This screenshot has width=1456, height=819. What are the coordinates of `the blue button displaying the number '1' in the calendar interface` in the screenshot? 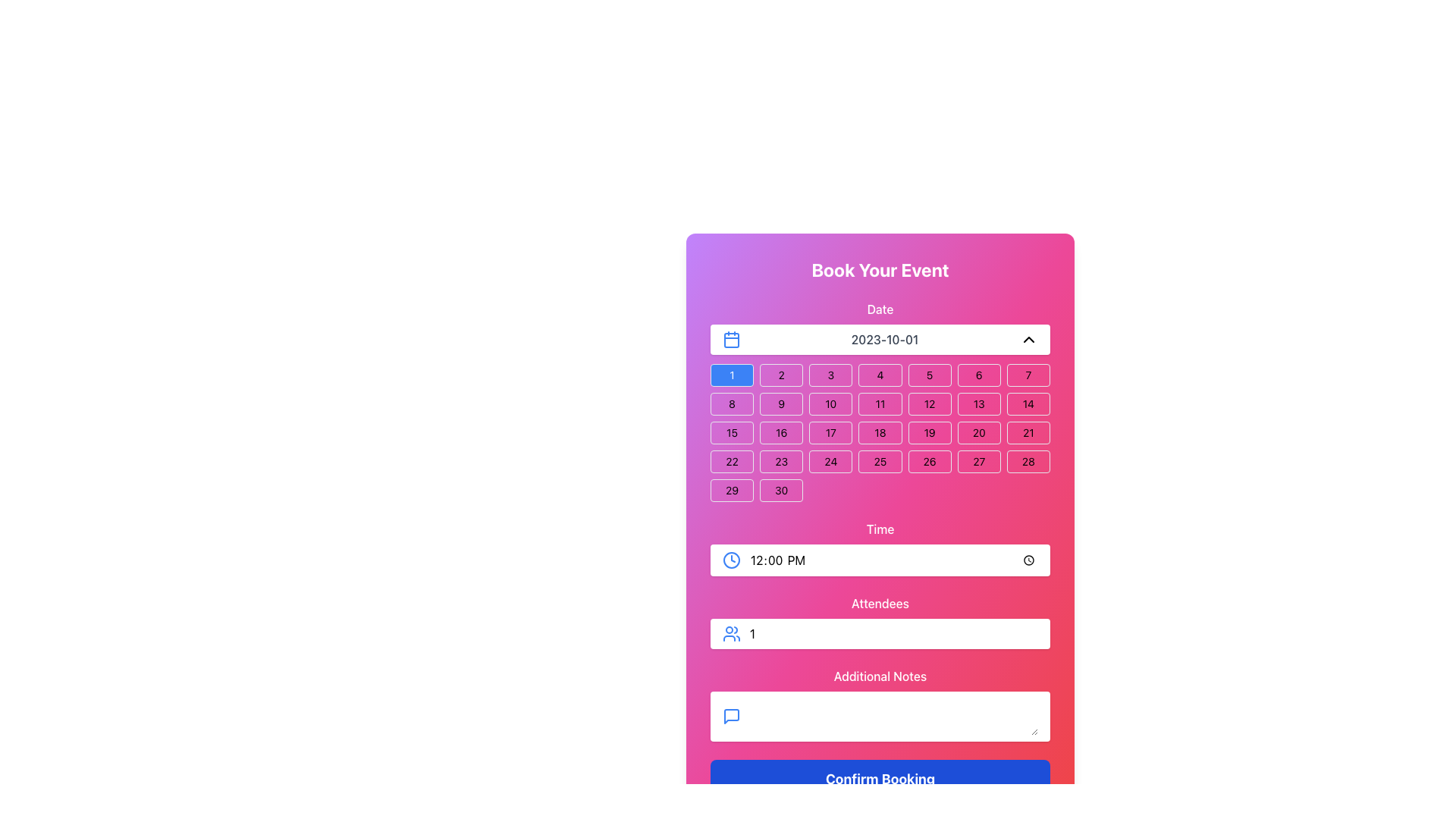 It's located at (732, 375).